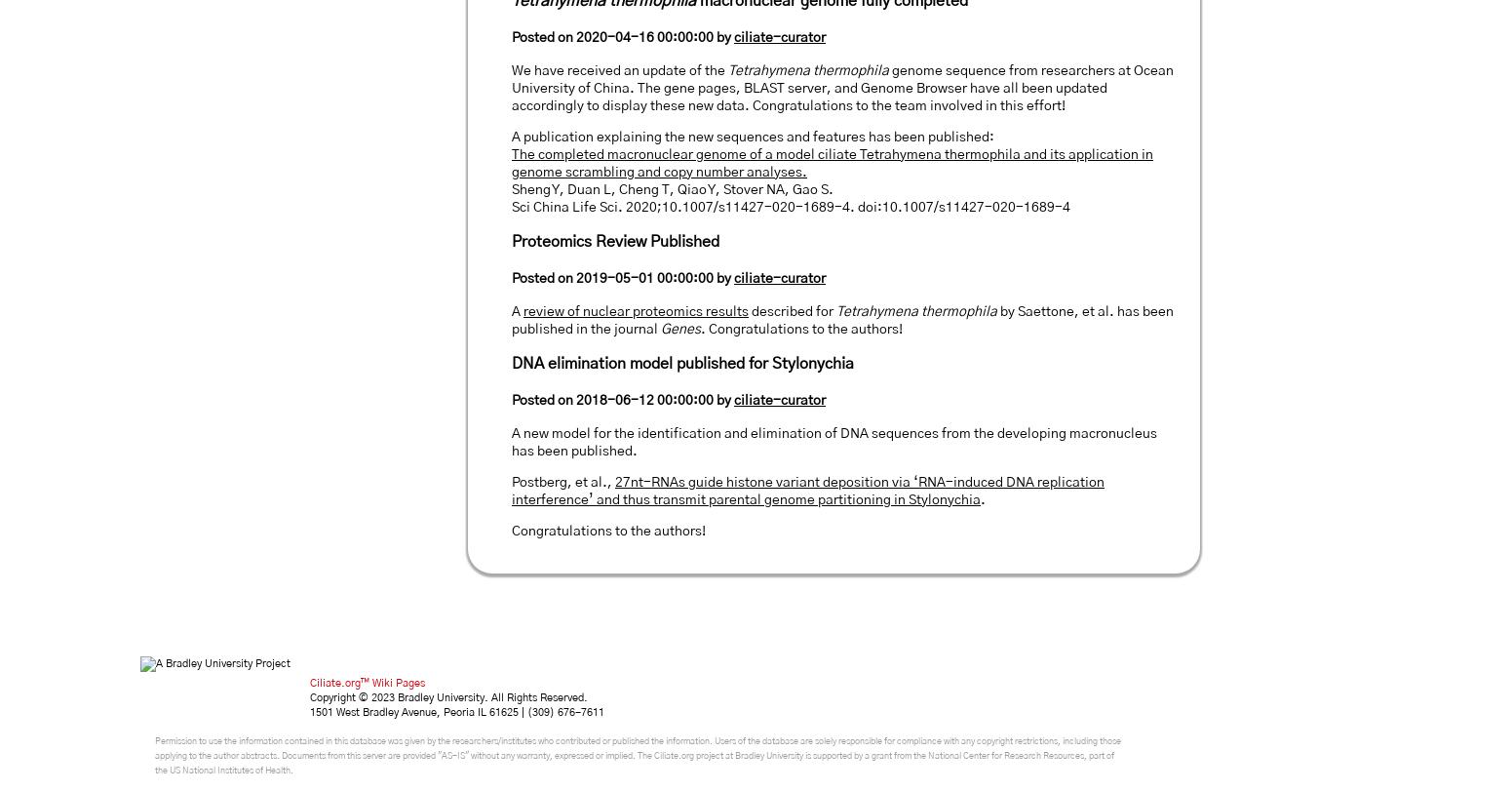 The height and width of the screenshot is (791, 1512). Describe the element at coordinates (680, 330) in the screenshot. I see `'Genes'` at that location.